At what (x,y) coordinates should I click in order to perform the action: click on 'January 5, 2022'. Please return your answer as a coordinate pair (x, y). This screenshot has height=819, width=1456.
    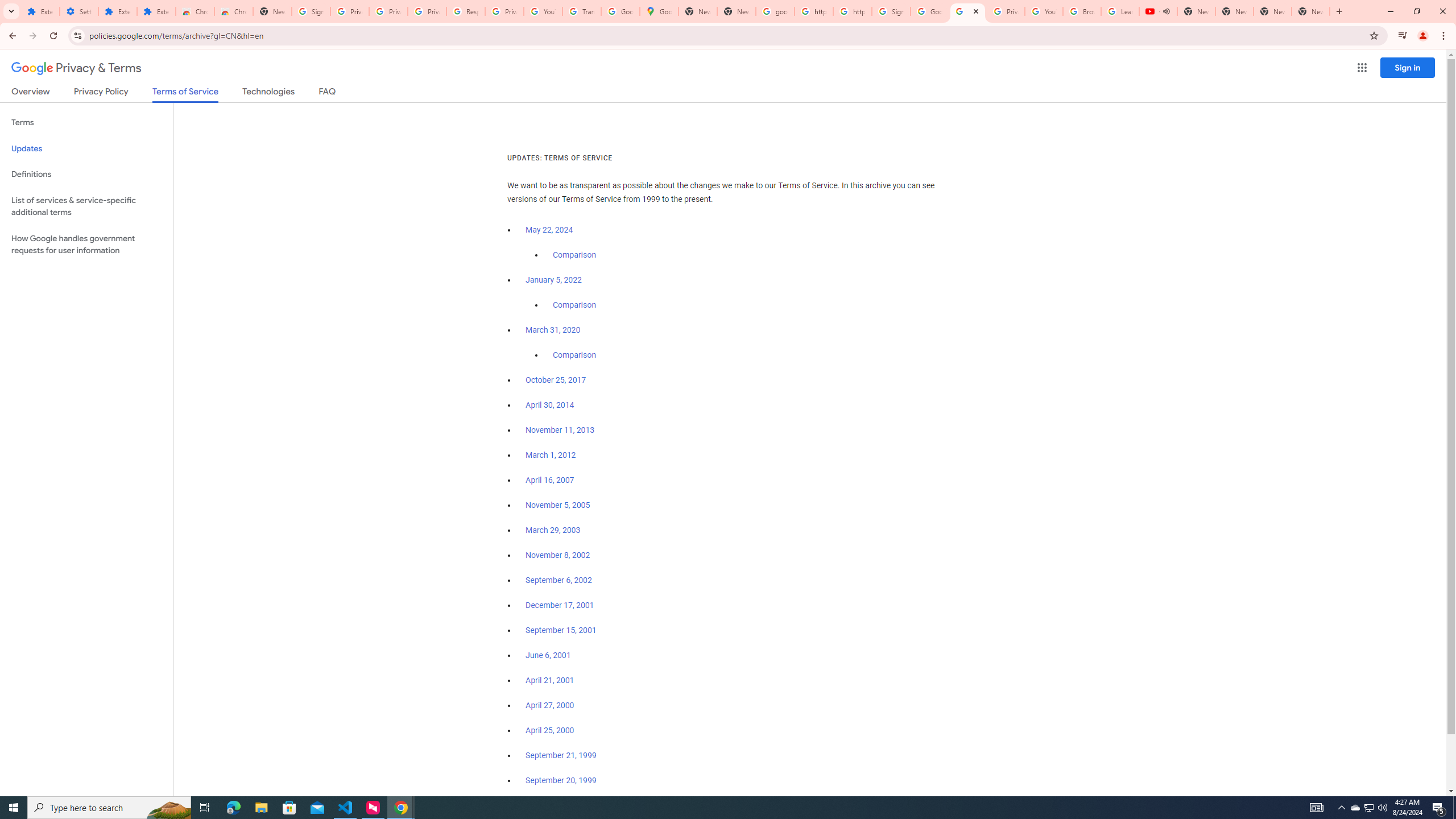
    Looking at the image, I should click on (554, 280).